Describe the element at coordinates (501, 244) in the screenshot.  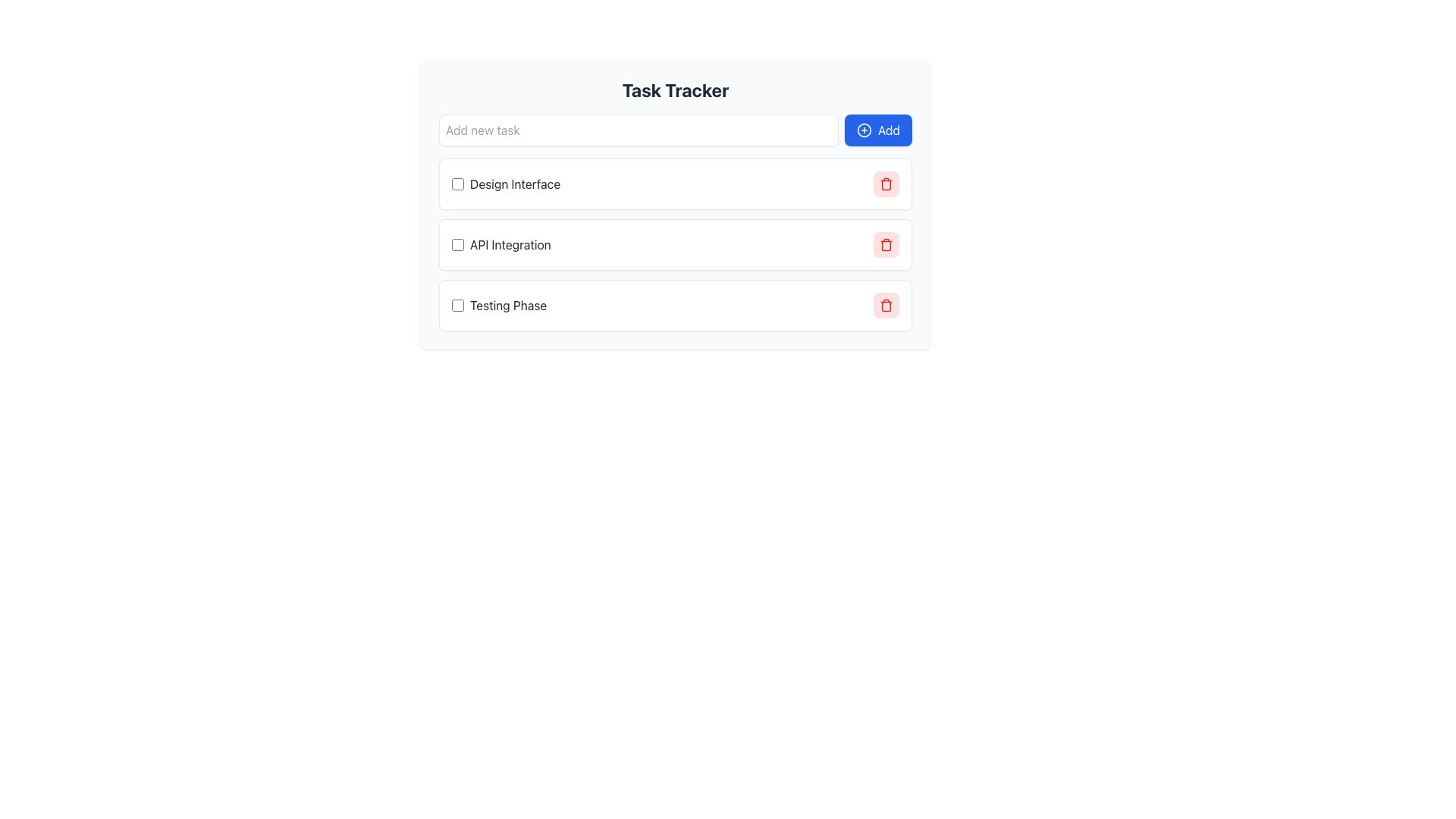
I see `the checkbox or delete button associated with the 'API Integration' task, which is located in the second row of the task list beneath 'Design Interface'` at that location.